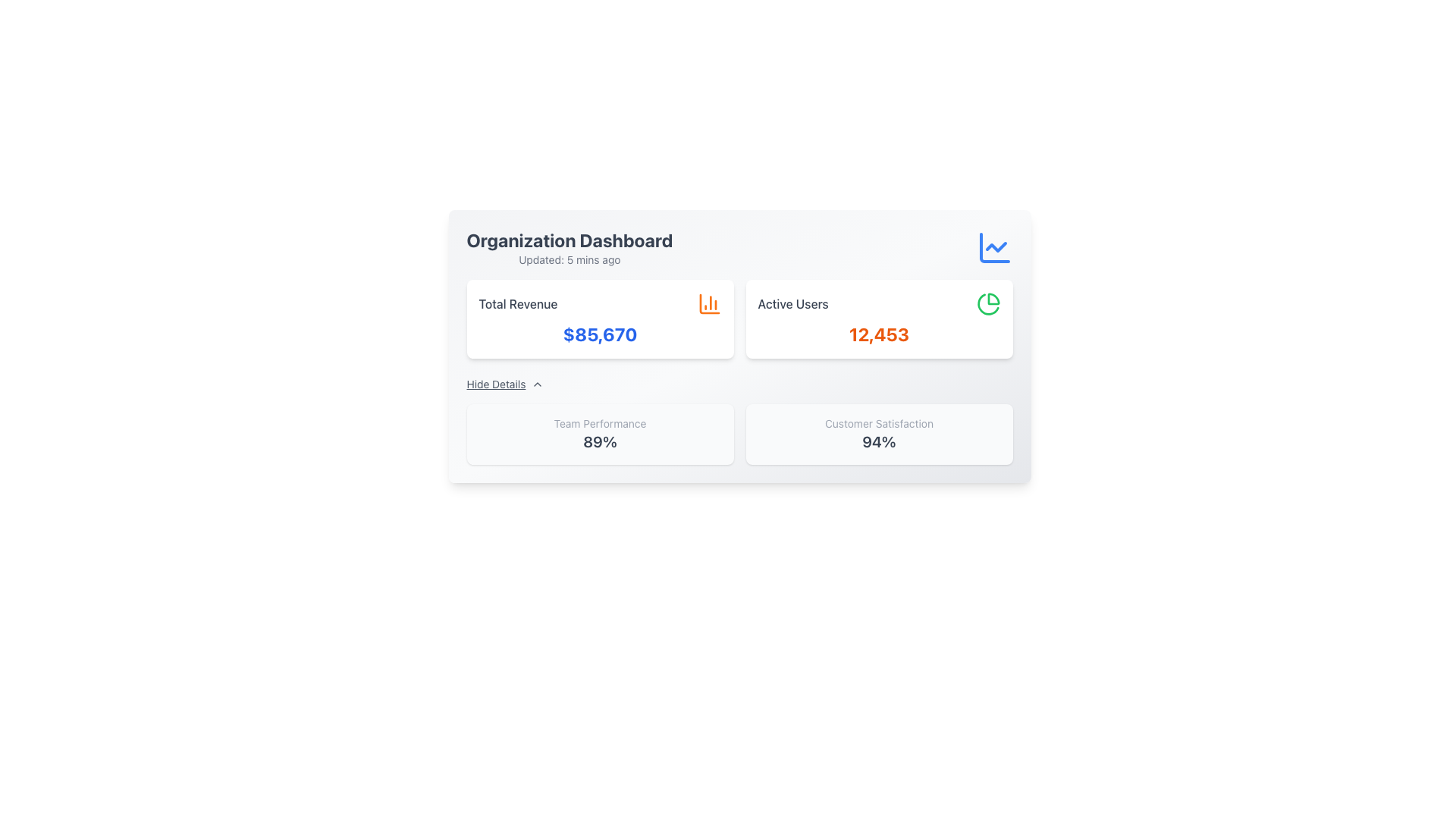 This screenshot has width=1456, height=819. Describe the element at coordinates (879, 435) in the screenshot. I see `the Textual display card that shows 'Customer Satisfaction' with a bold '94%' in the lower-right section of the 'Organization Dashboard'` at that location.